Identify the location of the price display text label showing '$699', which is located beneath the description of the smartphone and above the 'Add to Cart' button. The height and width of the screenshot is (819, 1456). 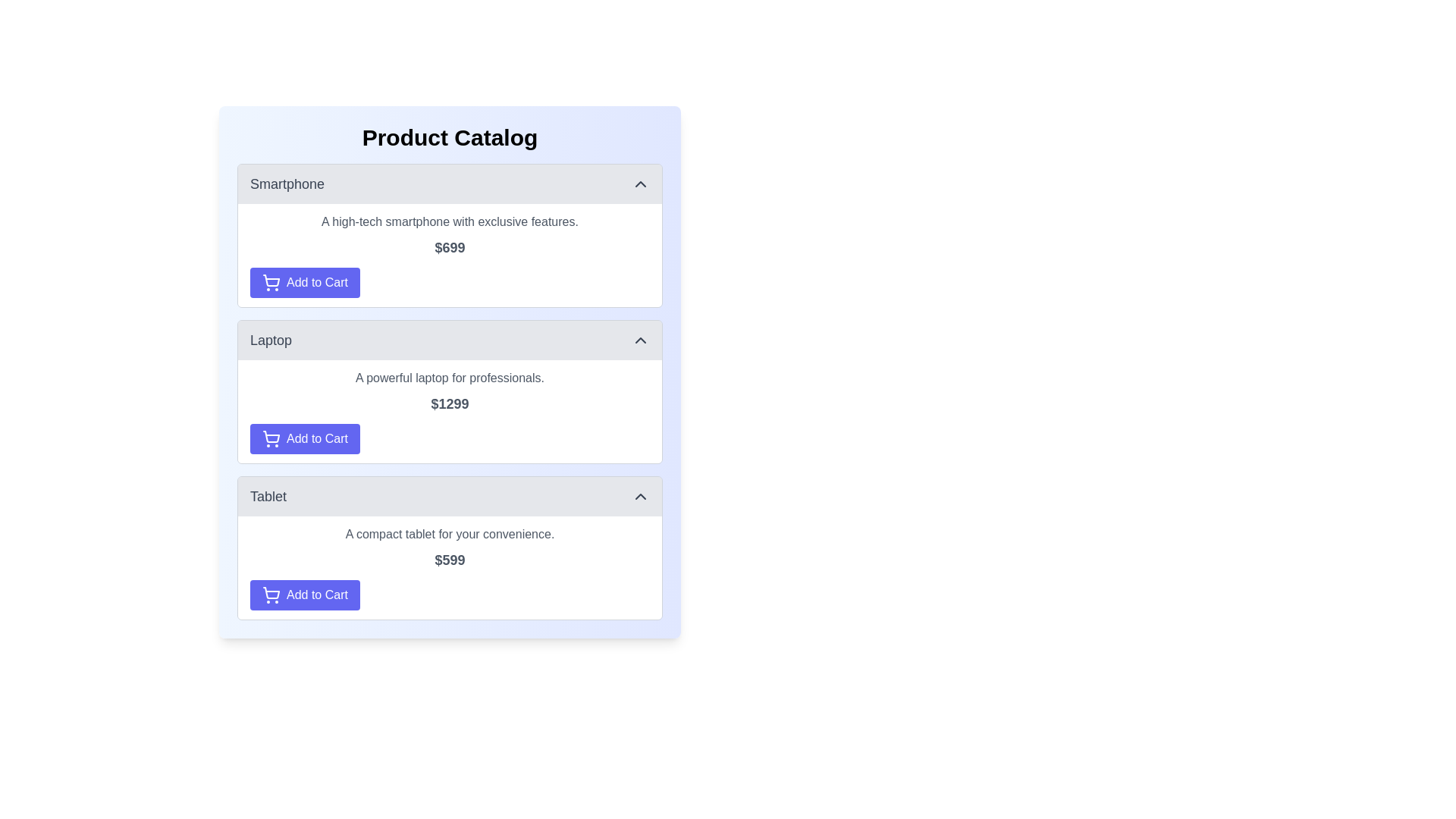
(449, 247).